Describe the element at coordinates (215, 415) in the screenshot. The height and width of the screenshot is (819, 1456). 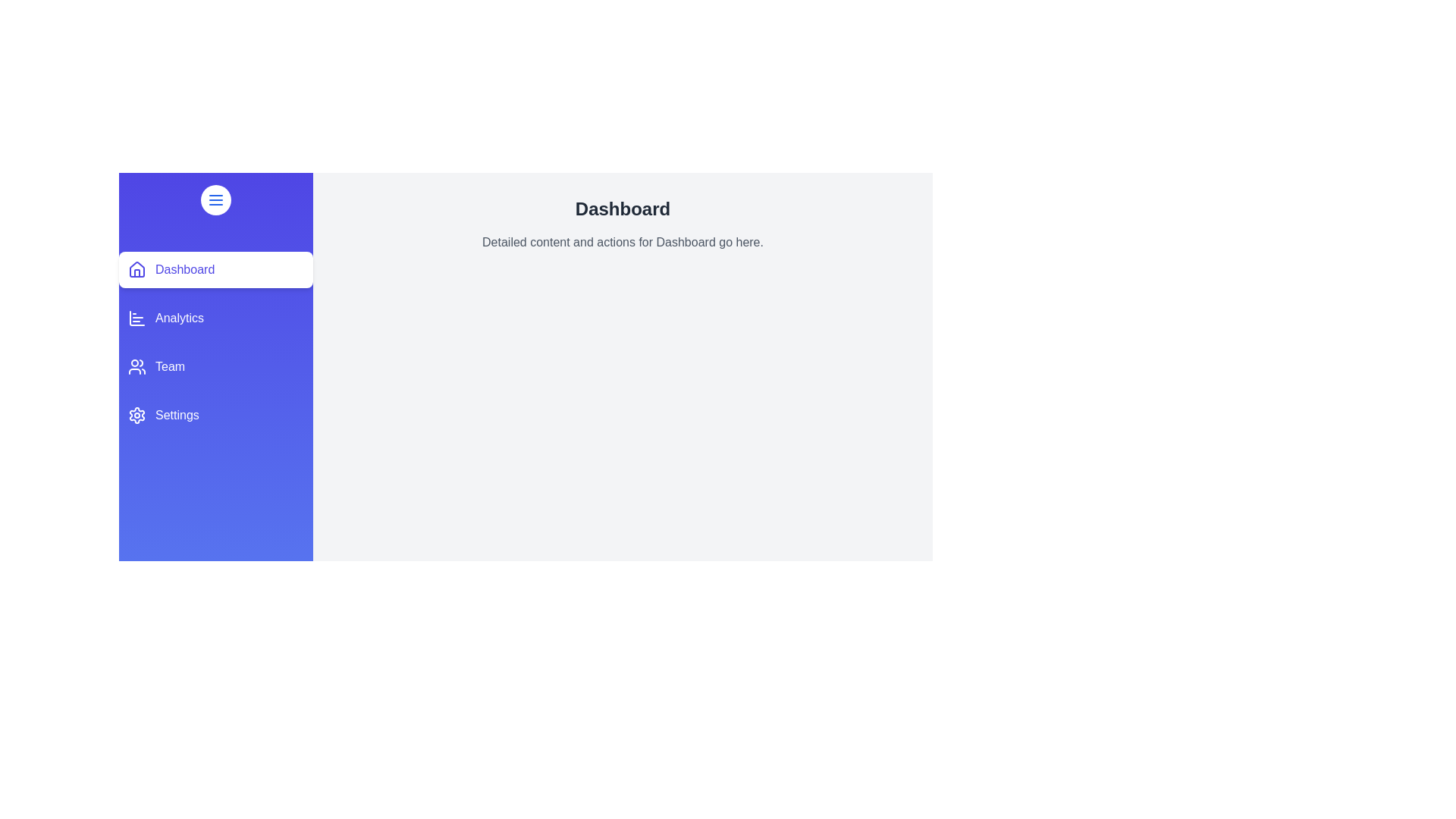
I see `the section Settings from the navigation menu` at that location.